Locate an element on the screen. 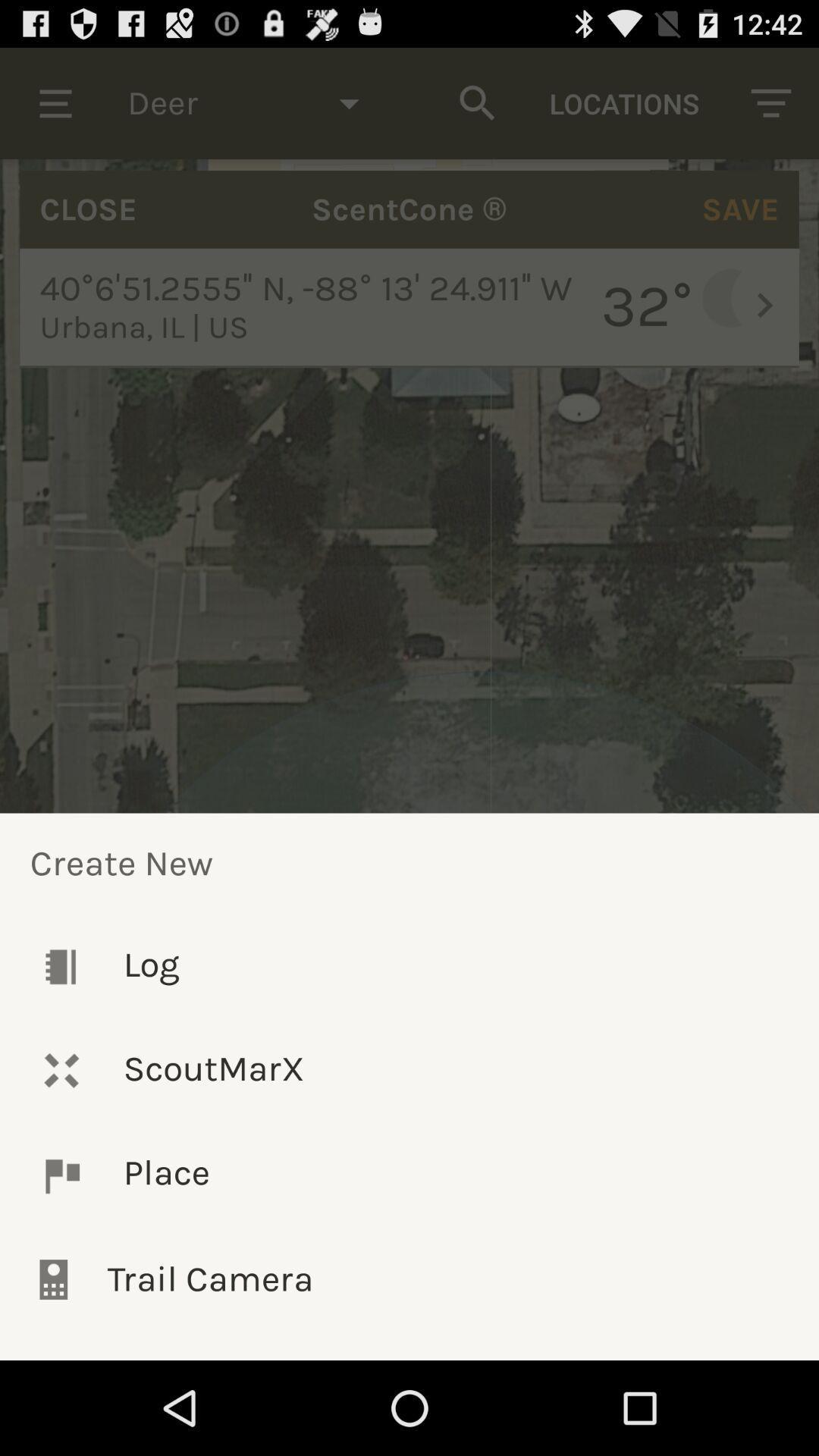 The image size is (819, 1456). log icon is located at coordinates (409, 965).